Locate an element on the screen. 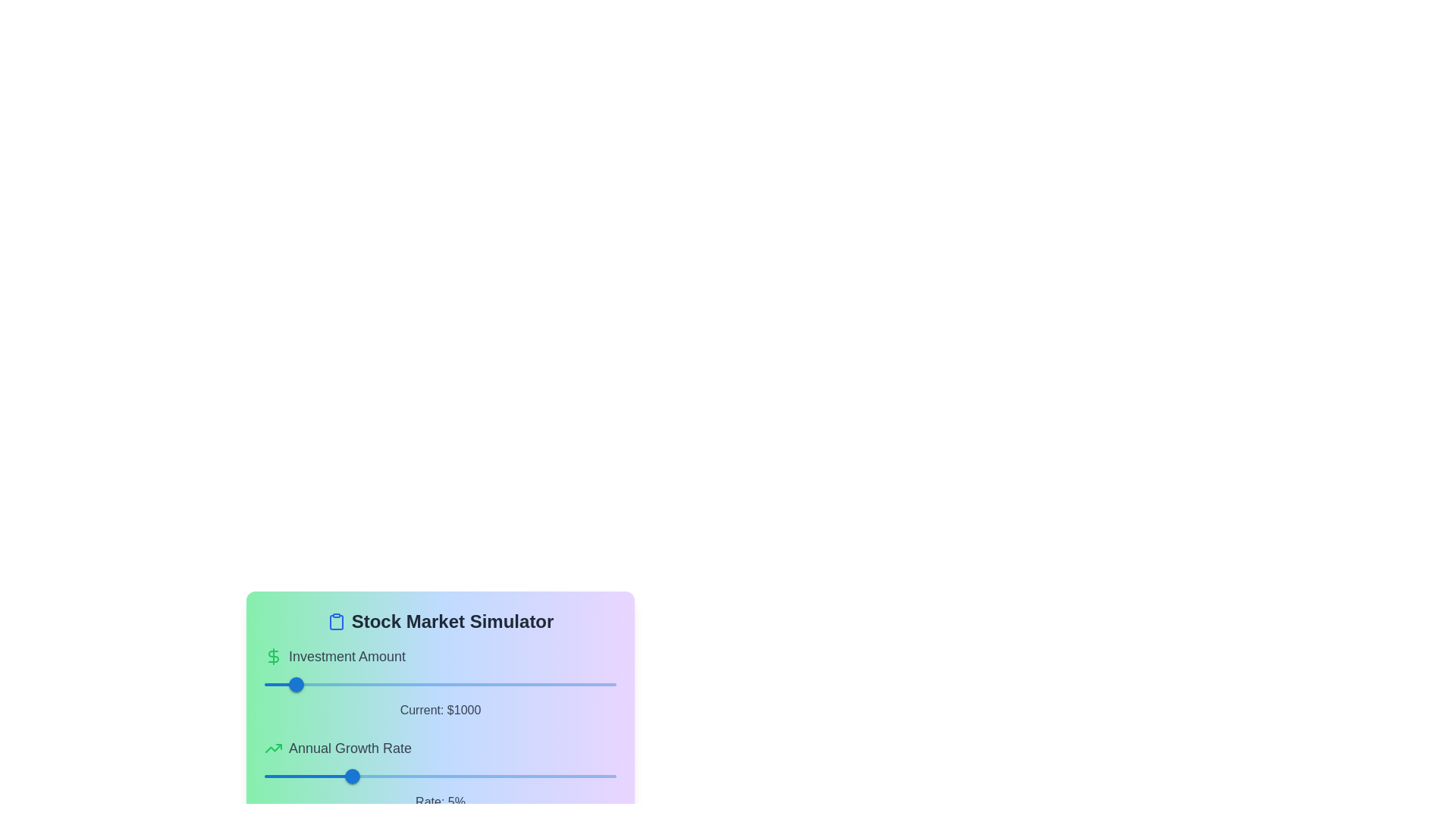 The height and width of the screenshot is (819, 1456). the annual growth rate is located at coordinates (528, 776).